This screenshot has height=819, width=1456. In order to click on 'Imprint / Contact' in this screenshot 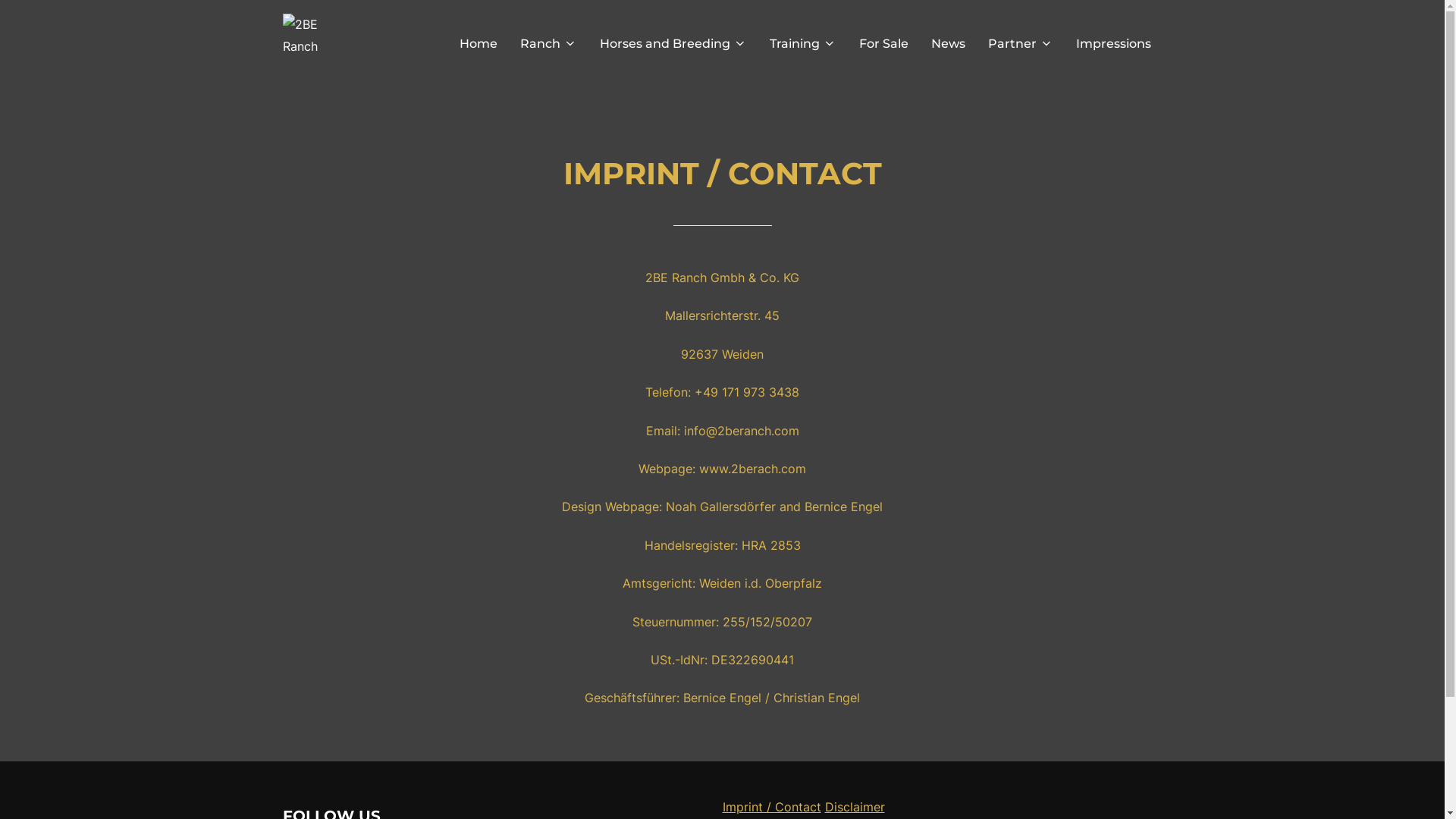, I will do `click(771, 806)`.